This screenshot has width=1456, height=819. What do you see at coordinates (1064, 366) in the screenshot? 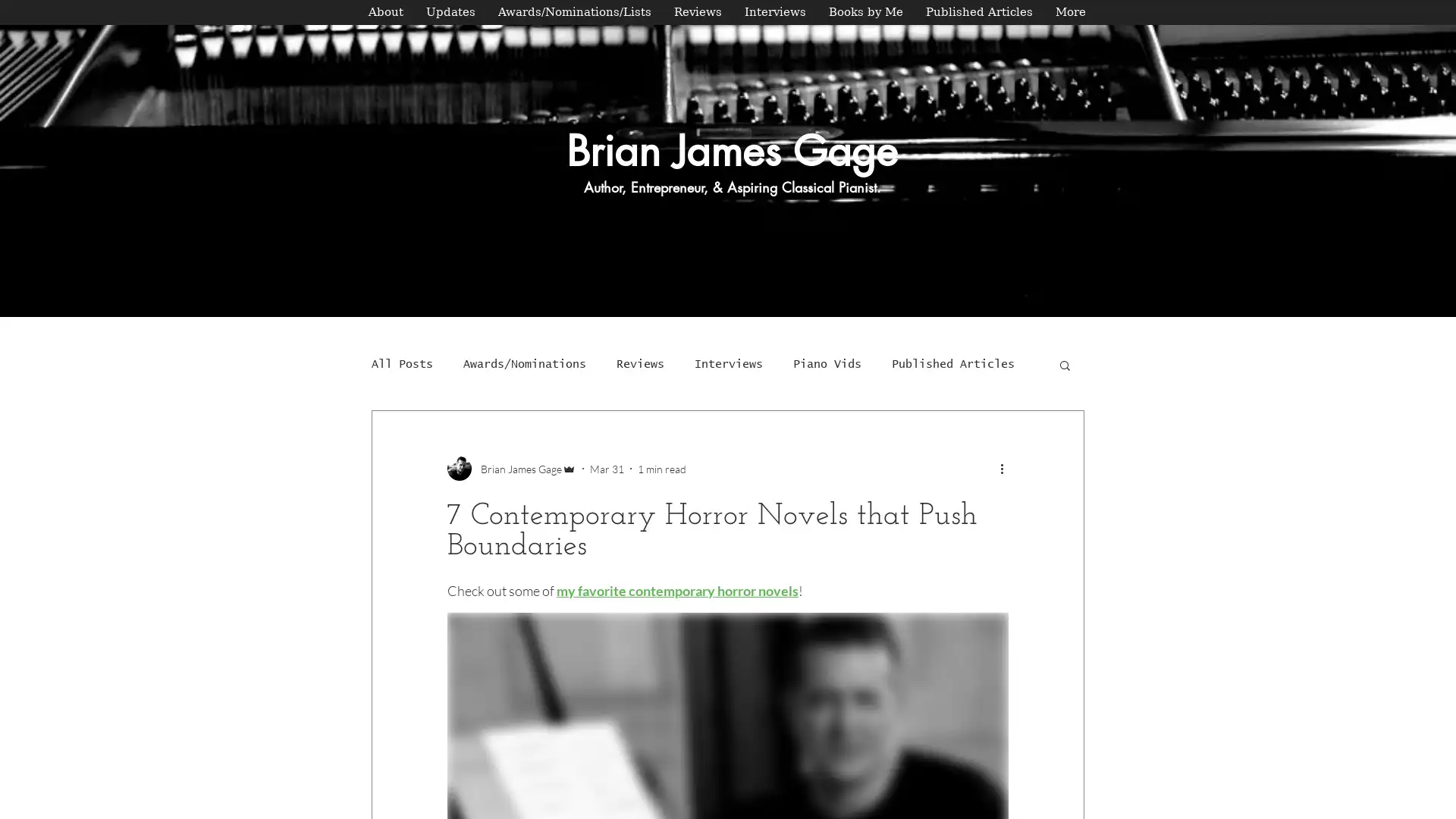
I see `Search` at bounding box center [1064, 366].